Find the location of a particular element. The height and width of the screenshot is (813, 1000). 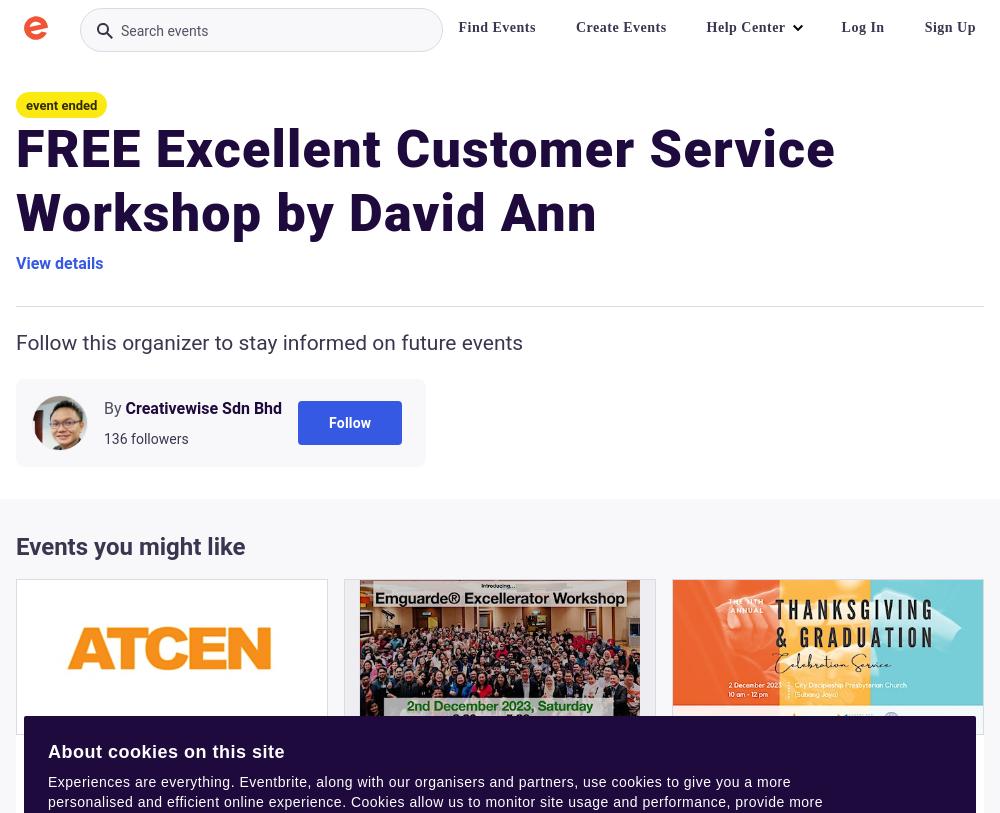

'Sign Up' is located at coordinates (949, 26).